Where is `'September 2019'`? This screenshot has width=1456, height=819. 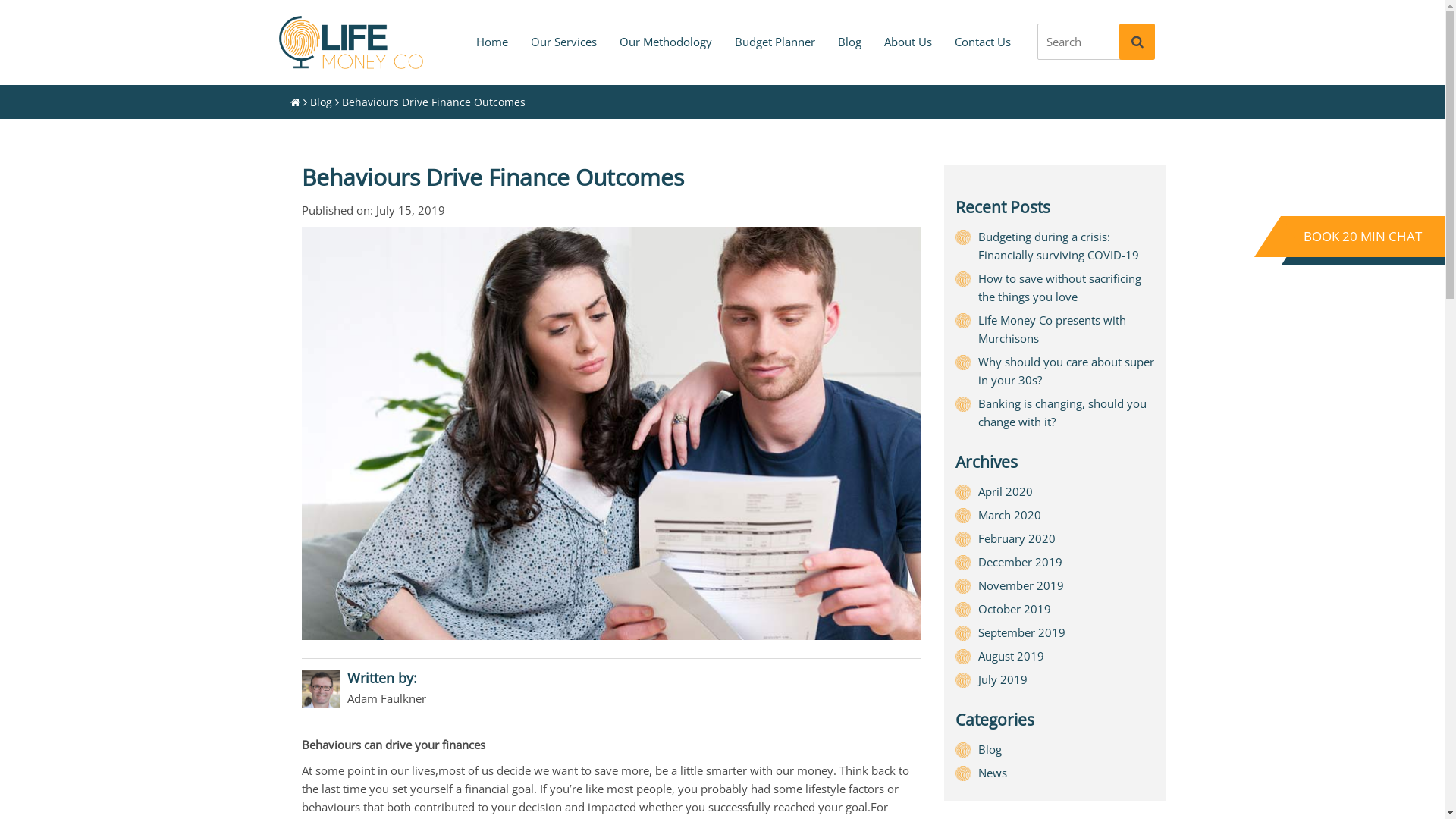
'September 2019' is located at coordinates (1021, 632).